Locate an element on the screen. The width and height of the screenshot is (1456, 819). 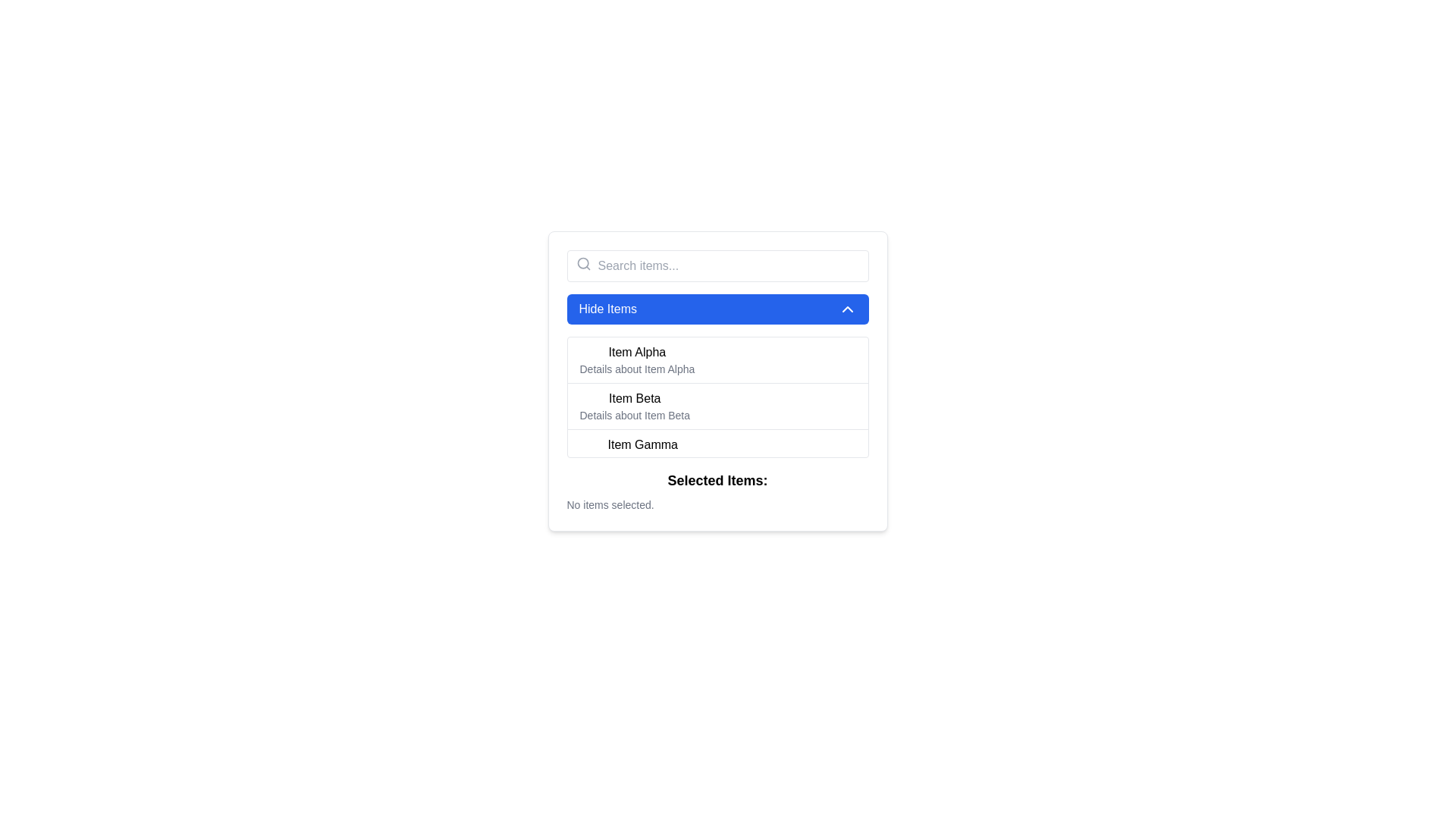
the second item is located at coordinates (635, 406).